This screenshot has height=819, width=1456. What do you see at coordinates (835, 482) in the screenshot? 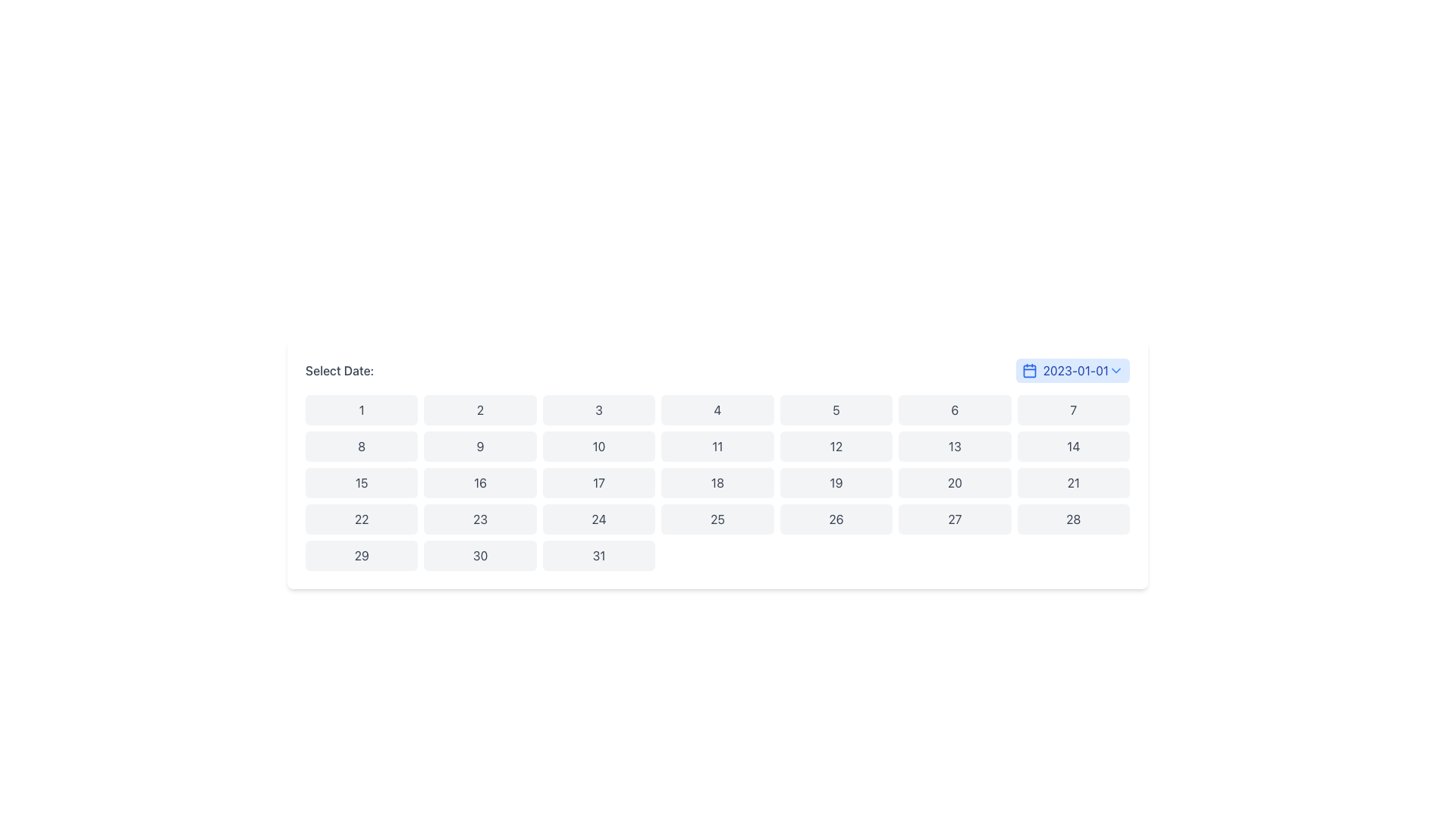
I see `the button representing the date '19' in the calendar interface` at bounding box center [835, 482].